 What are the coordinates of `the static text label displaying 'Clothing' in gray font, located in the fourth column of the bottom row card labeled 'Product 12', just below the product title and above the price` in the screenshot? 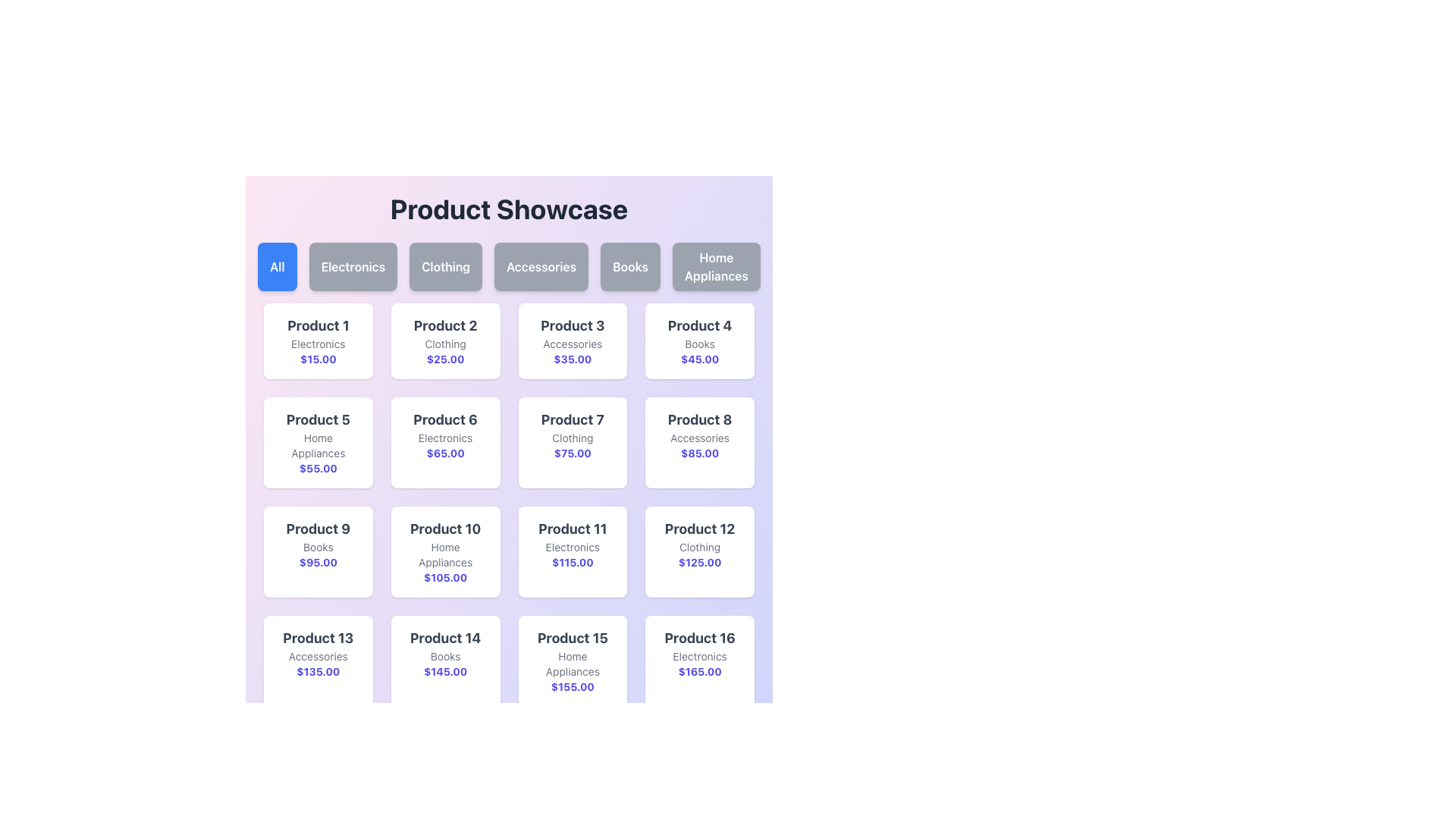 It's located at (699, 547).